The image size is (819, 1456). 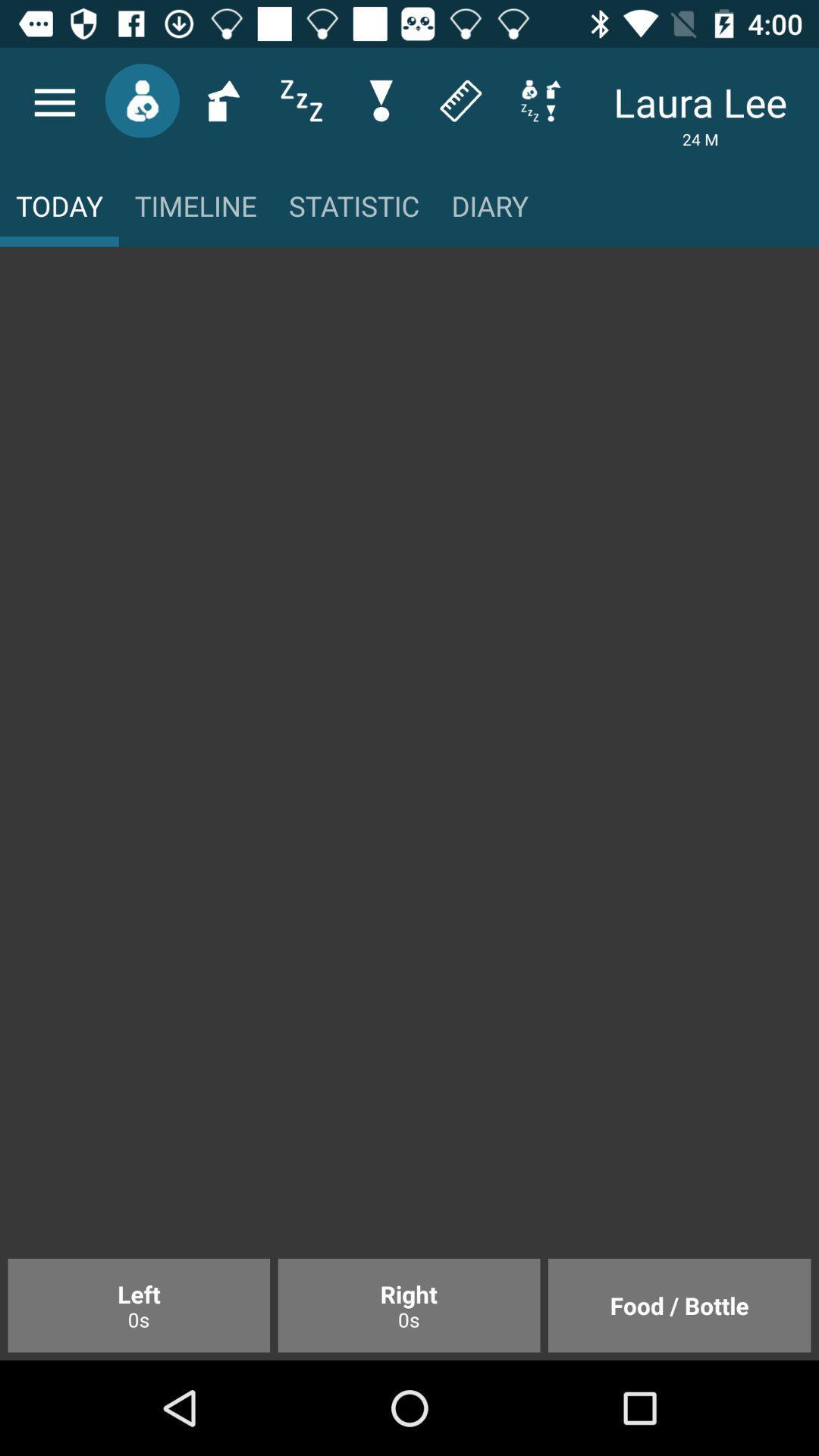 What do you see at coordinates (301, 99) in the screenshot?
I see `the sliders icon` at bounding box center [301, 99].